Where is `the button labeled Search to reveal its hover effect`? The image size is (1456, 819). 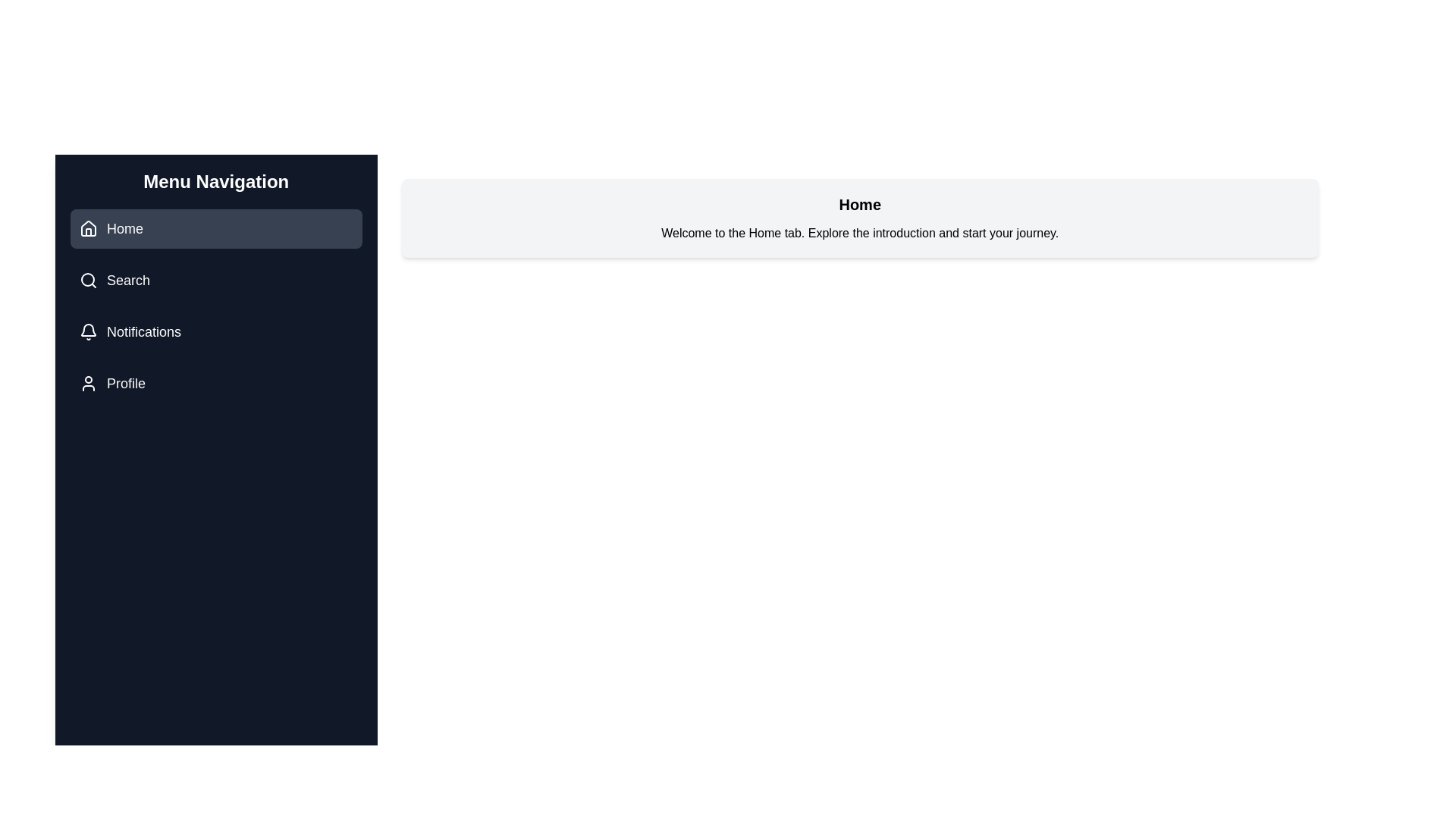 the button labeled Search to reveal its hover effect is located at coordinates (215, 281).